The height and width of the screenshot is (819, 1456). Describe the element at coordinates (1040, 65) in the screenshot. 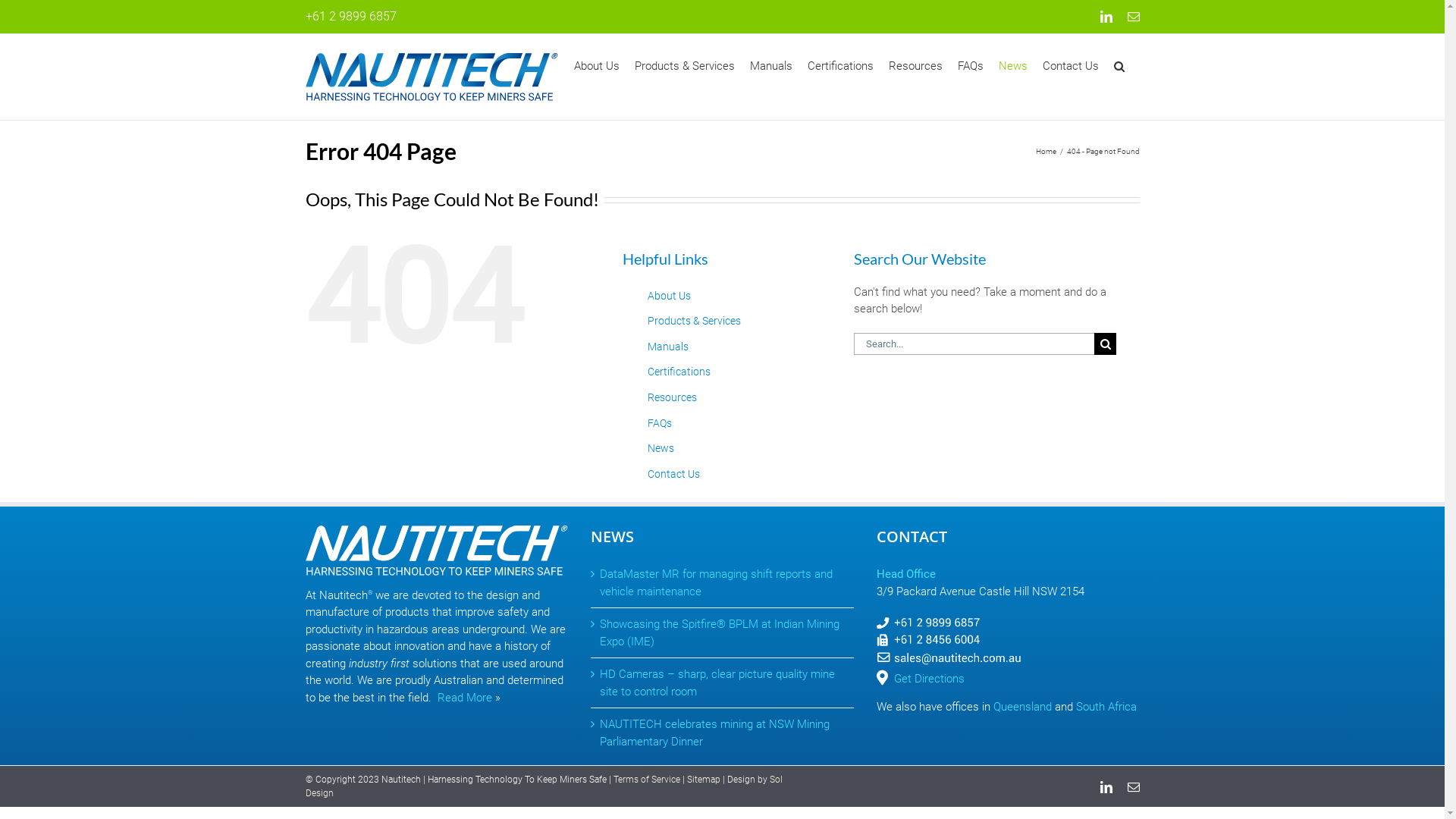

I see `'Contact Us'` at that location.